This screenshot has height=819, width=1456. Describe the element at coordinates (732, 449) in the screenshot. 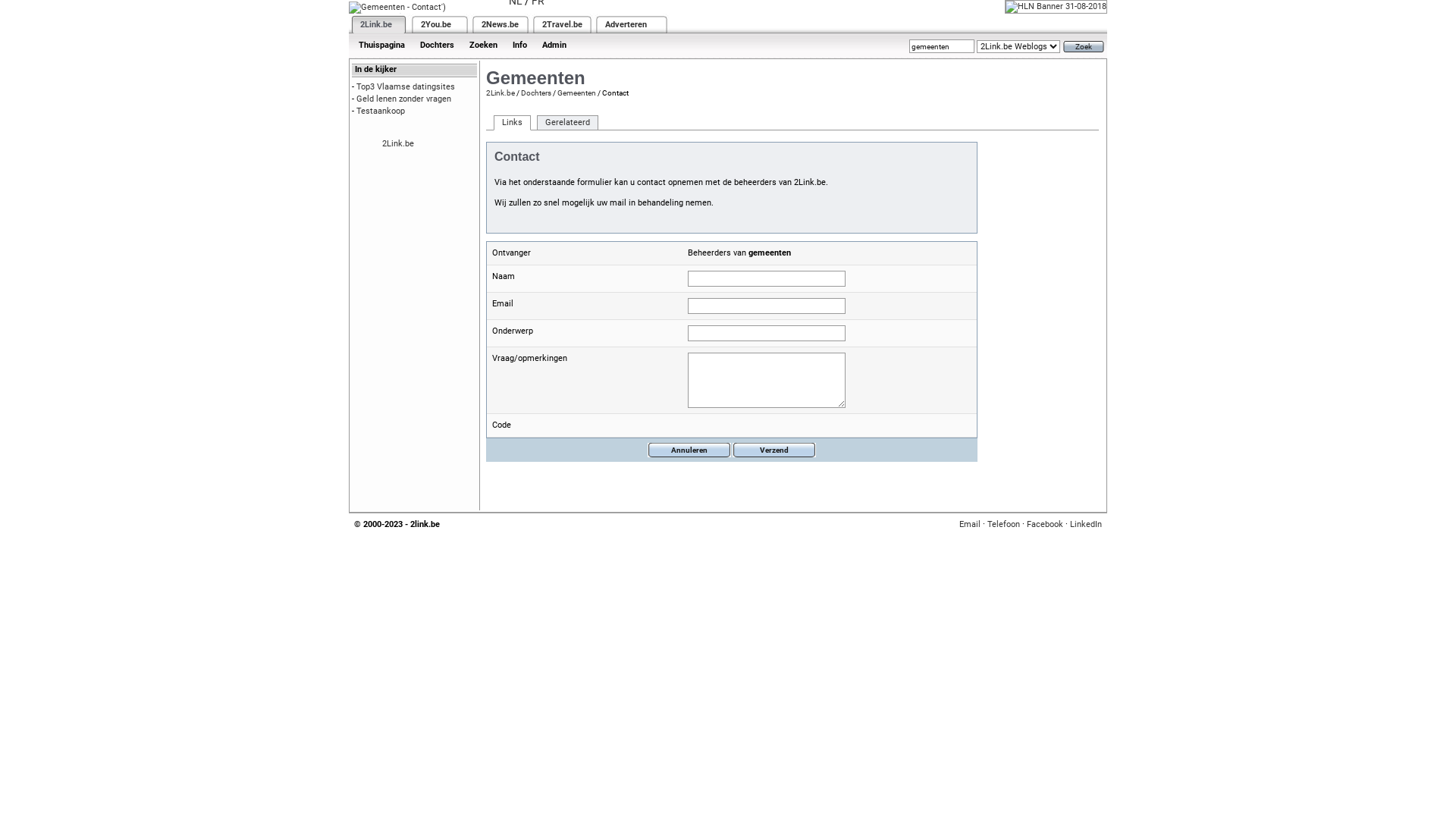

I see `'Verzend'` at that location.